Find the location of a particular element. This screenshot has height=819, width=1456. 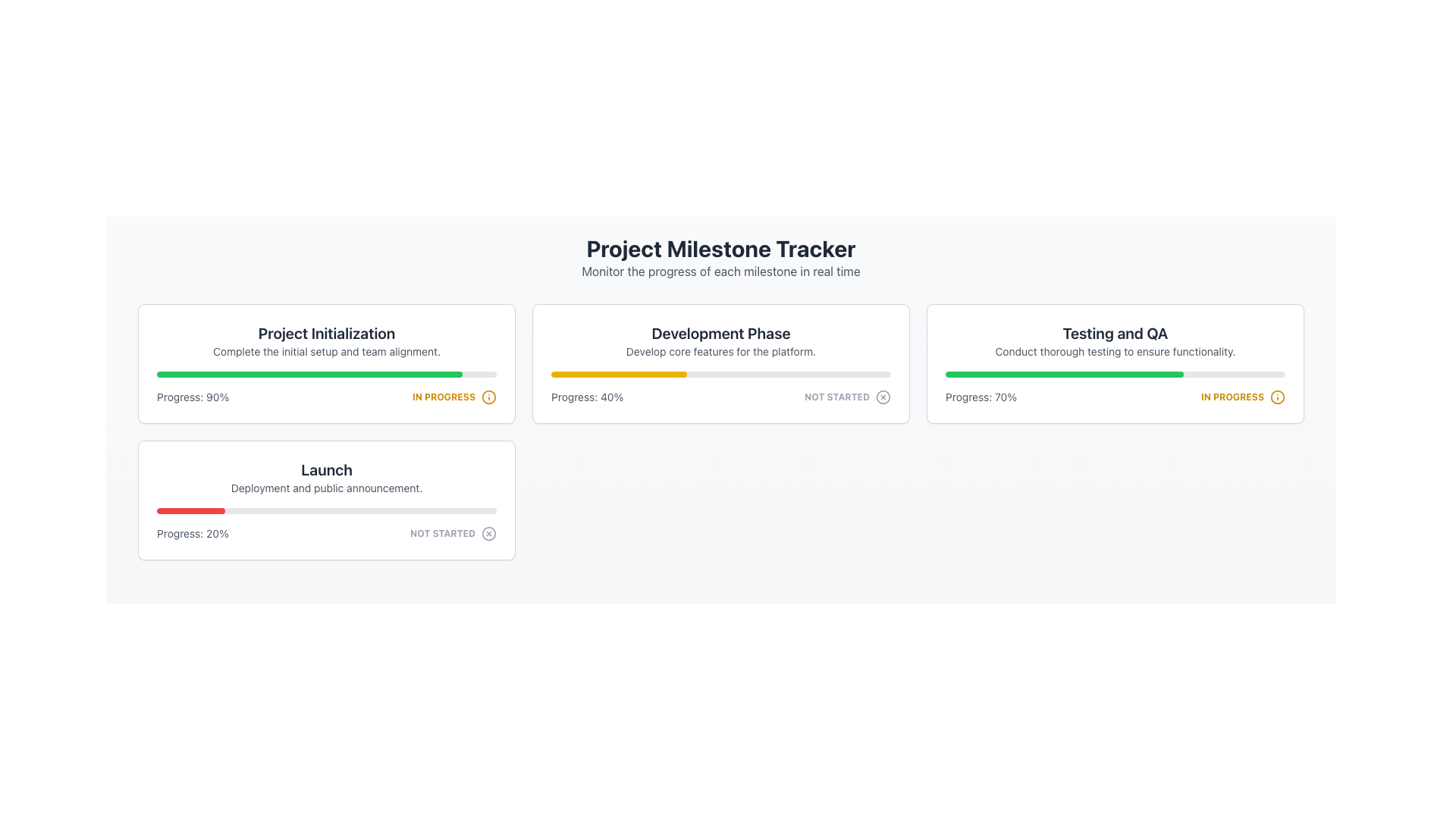

the status display component indicating that the milestone has not yet started, located at the bottom-right area of the 'Launch' milestone box interface section is located at coordinates (453, 533).